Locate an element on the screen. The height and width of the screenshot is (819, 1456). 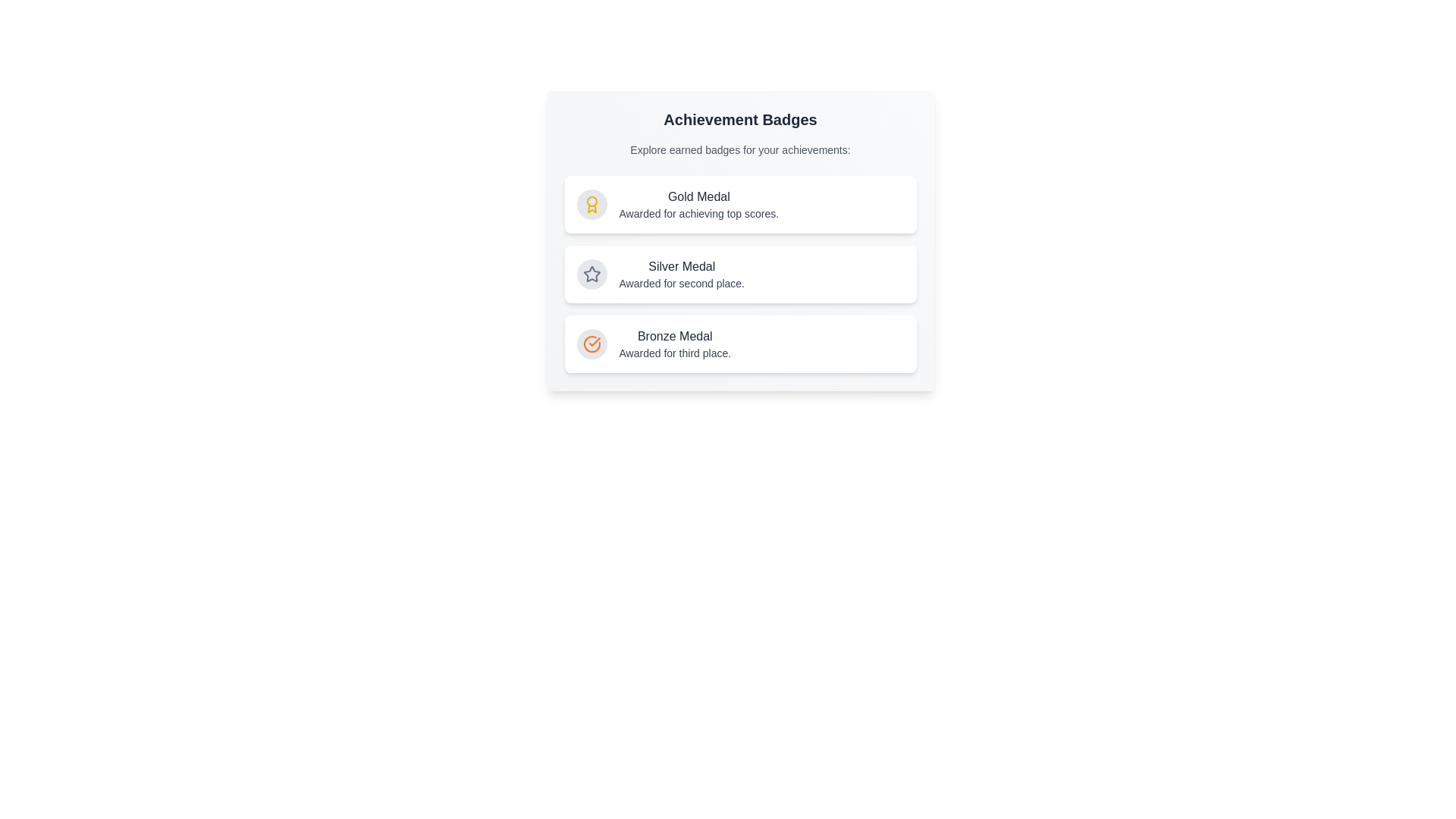
the text label displaying 'Awarded for third place.' which is located below 'Bronze Medal' in the third card of the achievement badges section is located at coordinates (674, 353).